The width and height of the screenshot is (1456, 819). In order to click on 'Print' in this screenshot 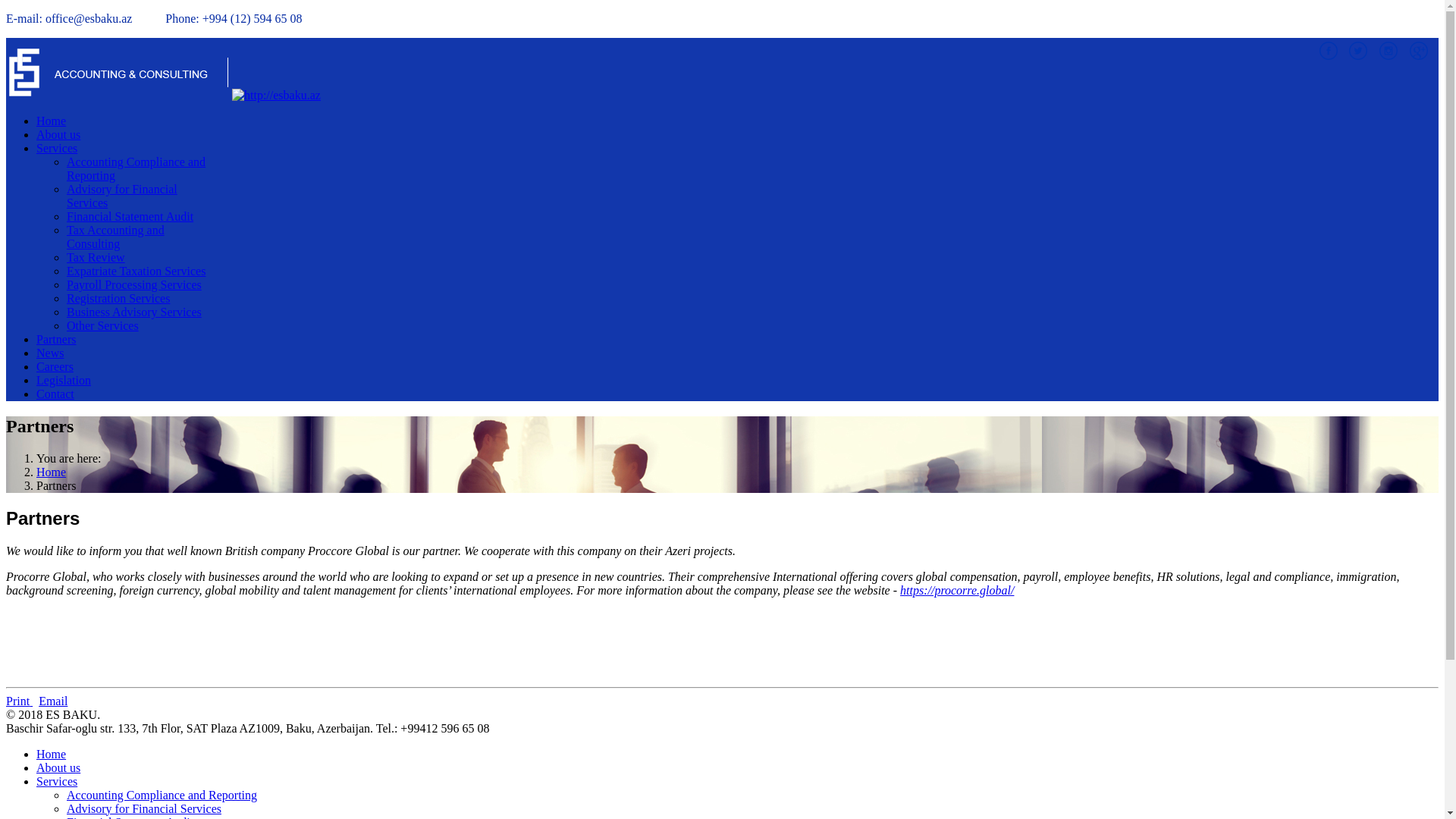, I will do `click(6, 701)`.